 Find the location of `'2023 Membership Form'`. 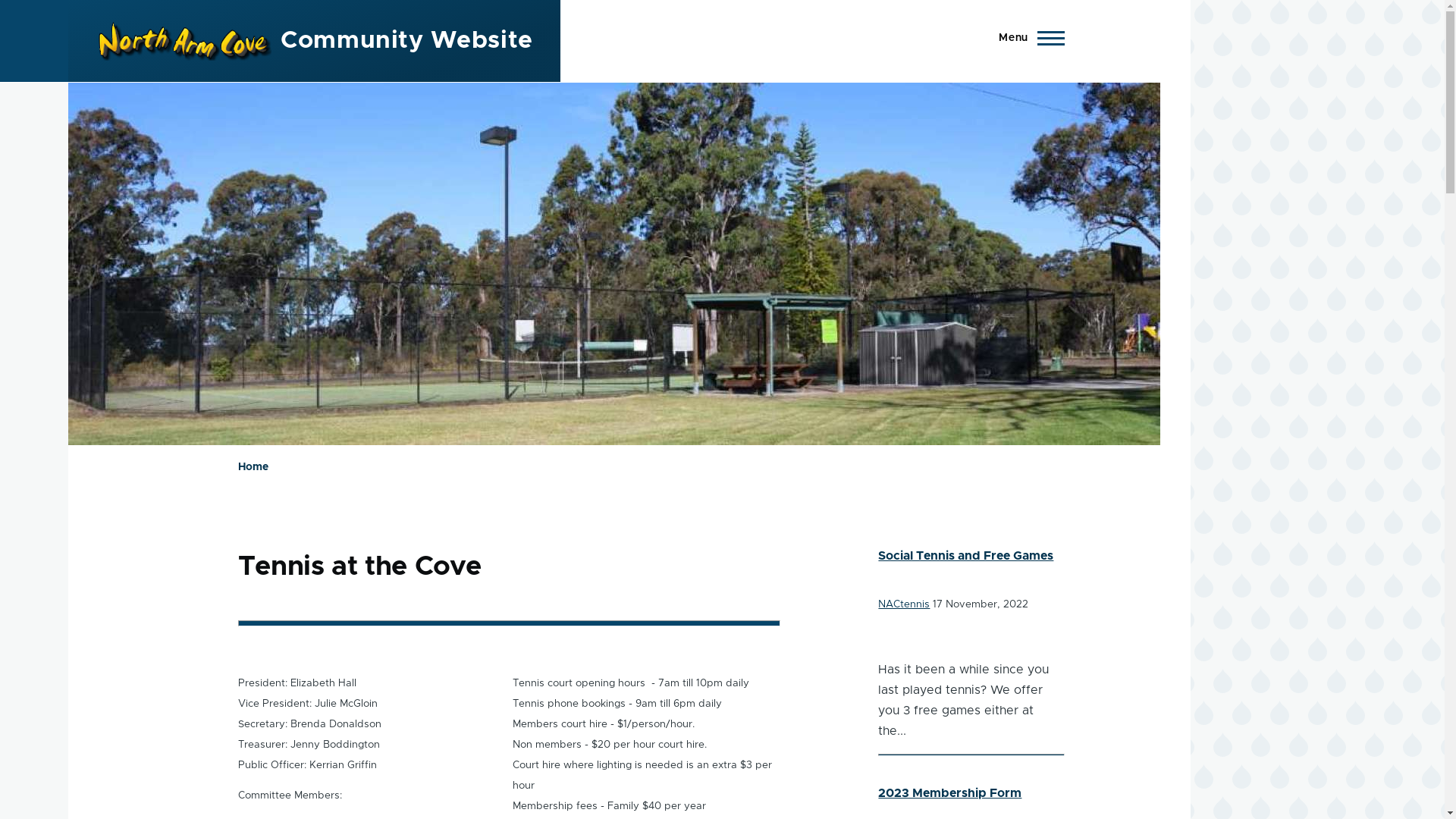

'2023 Membership Form' is located at coordinates (949, 792).